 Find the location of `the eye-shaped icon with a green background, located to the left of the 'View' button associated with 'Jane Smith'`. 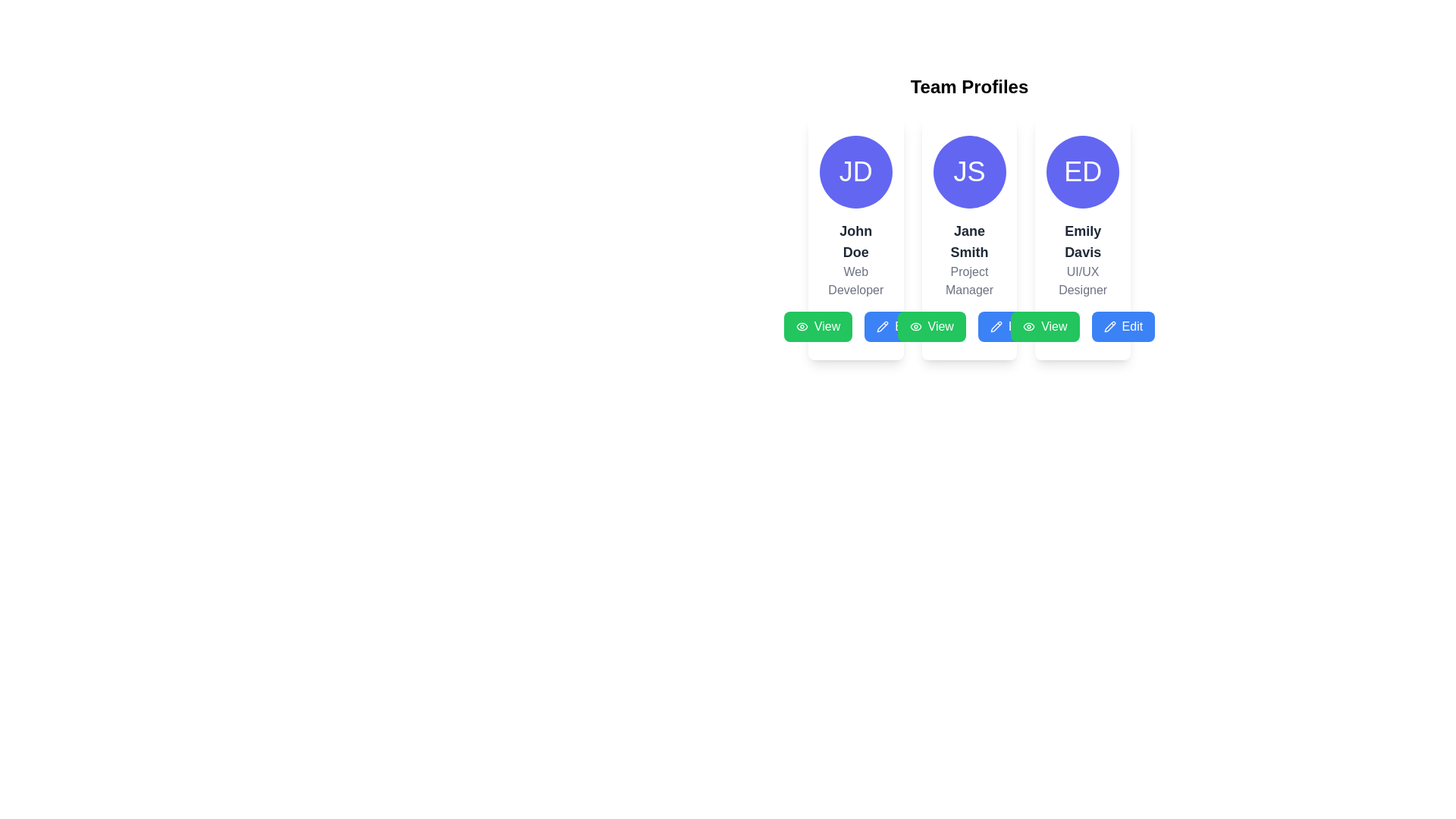

the eye-shaped icon with a green background, located to the left of the 'View' button associated with 'Jane Smith' is located at coordinates (915, 326).